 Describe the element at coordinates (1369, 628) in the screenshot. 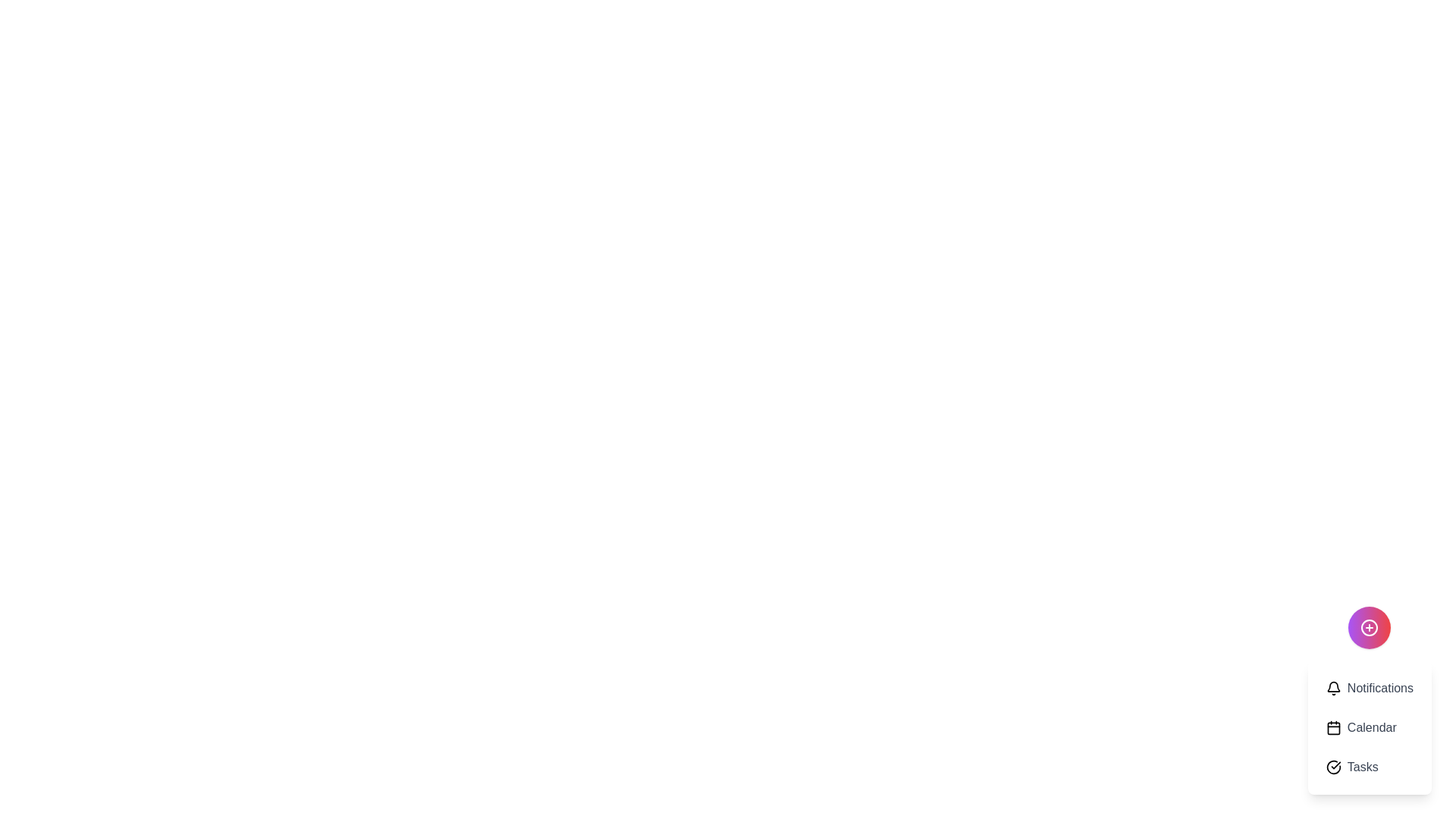

I see `the main button to toggle the visibility of the menu` at that location.